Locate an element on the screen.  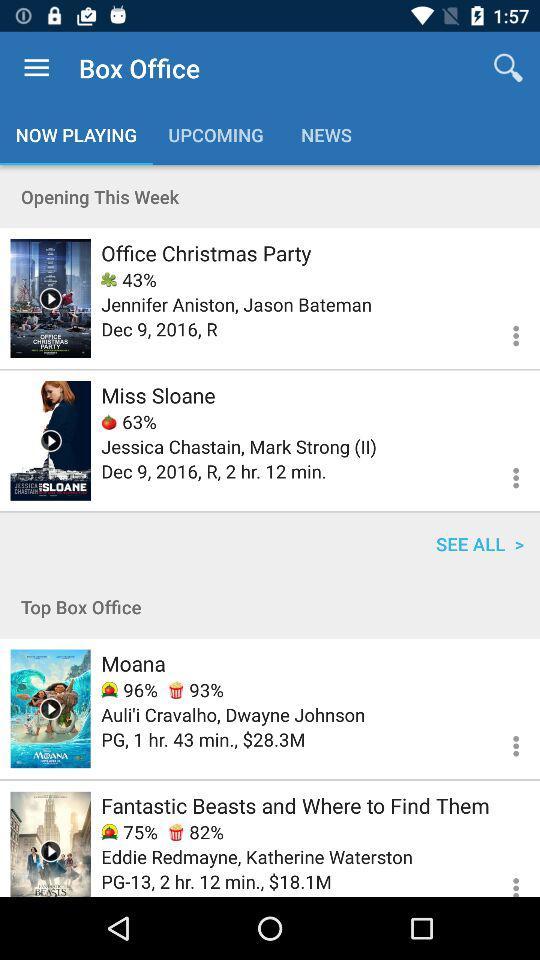
office christmas party is located at coordinates (205, 252).